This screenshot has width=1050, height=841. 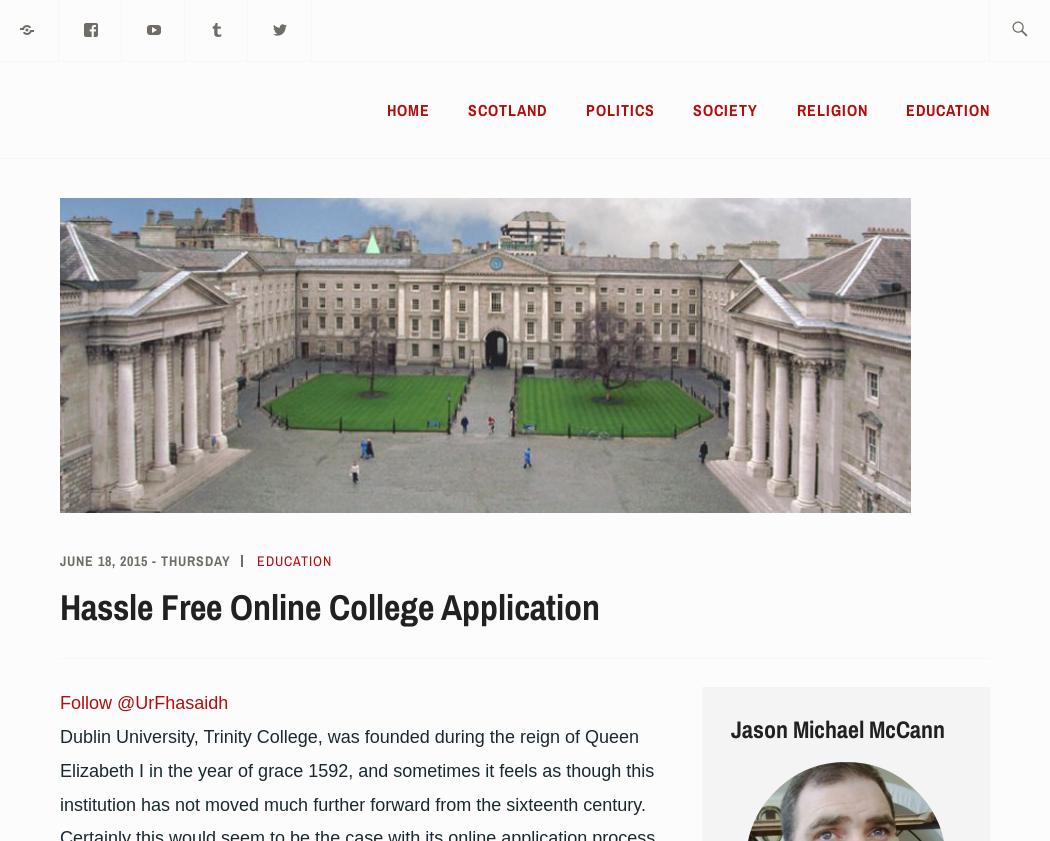 I want to click on 'Scotland', so click(x=467, y=109).